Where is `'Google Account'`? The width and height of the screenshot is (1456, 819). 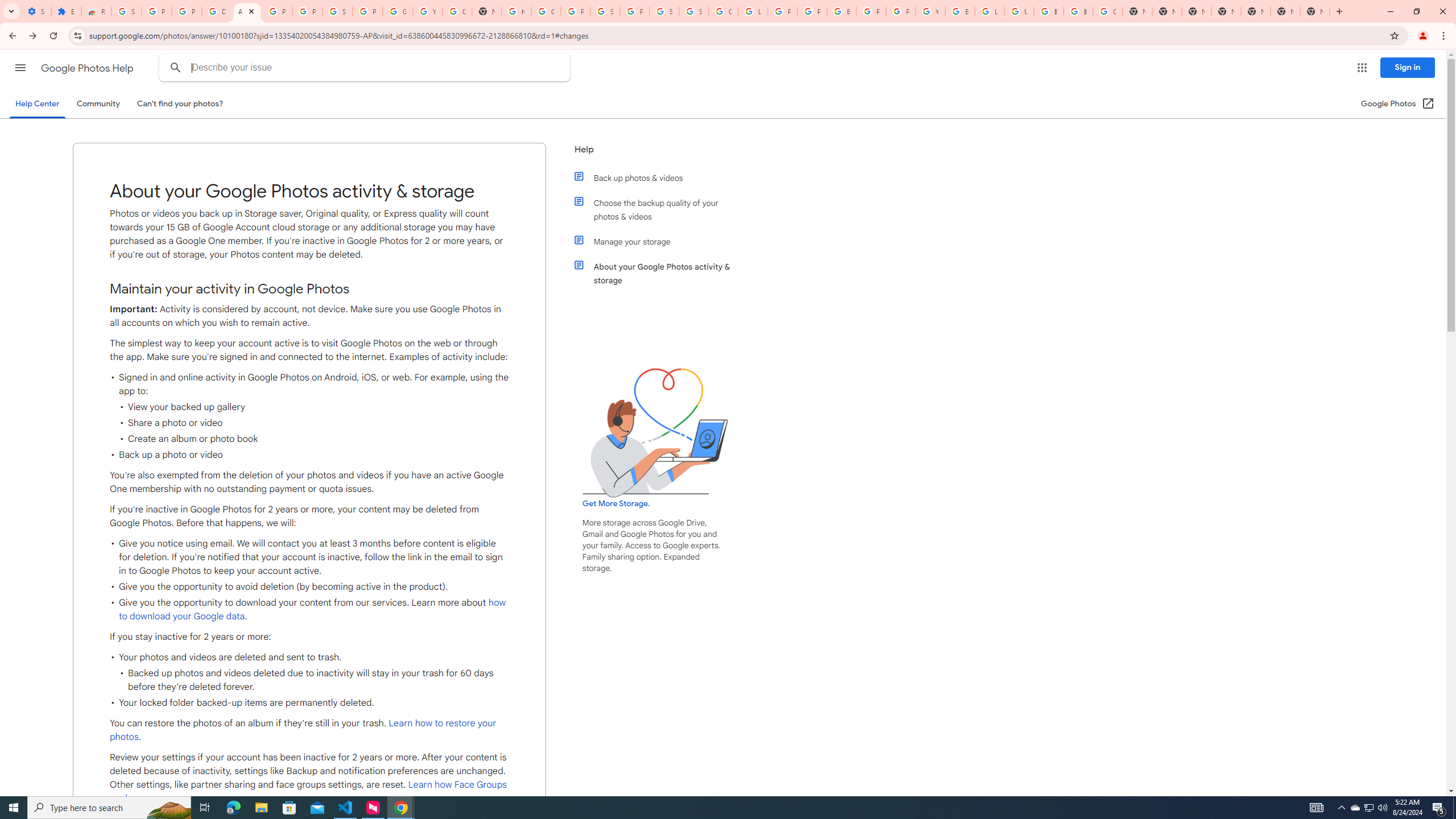 'Google Account' is located at coordinates (396, 11).